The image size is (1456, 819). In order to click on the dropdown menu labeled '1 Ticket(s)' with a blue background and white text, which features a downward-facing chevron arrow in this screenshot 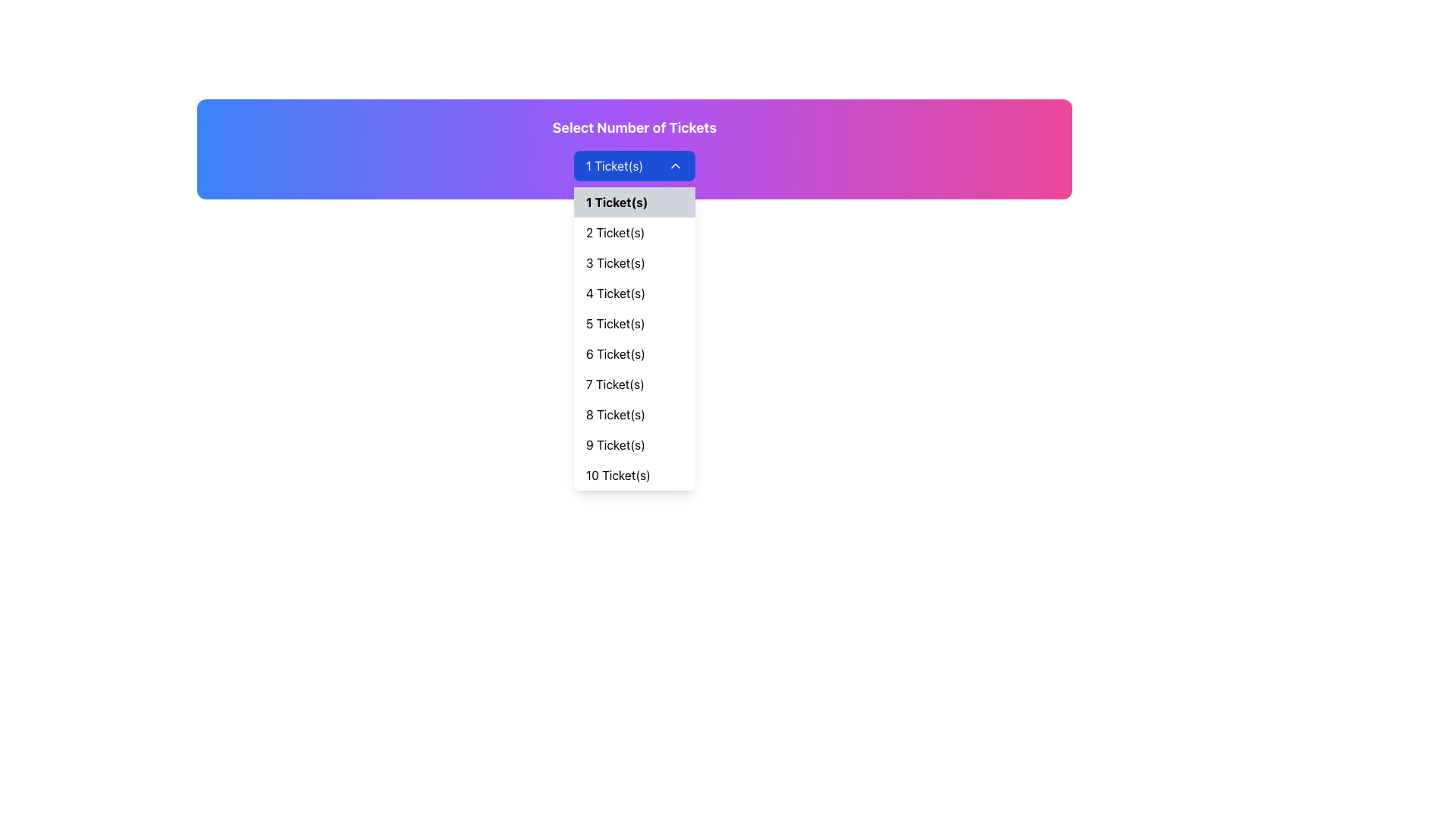, I will do `click(634, 166)`.